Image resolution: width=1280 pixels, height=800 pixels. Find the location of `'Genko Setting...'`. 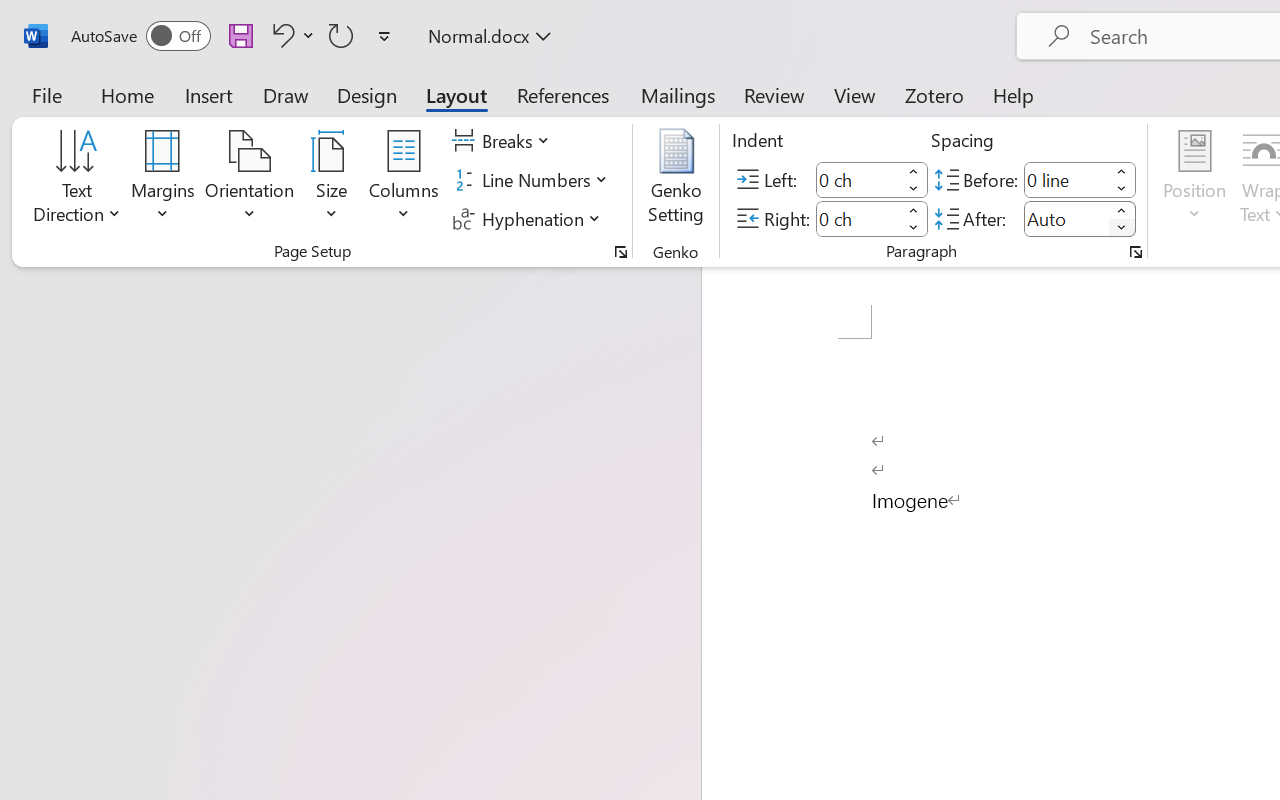

'Genko Setting...' is located at coordinates (676, 179).